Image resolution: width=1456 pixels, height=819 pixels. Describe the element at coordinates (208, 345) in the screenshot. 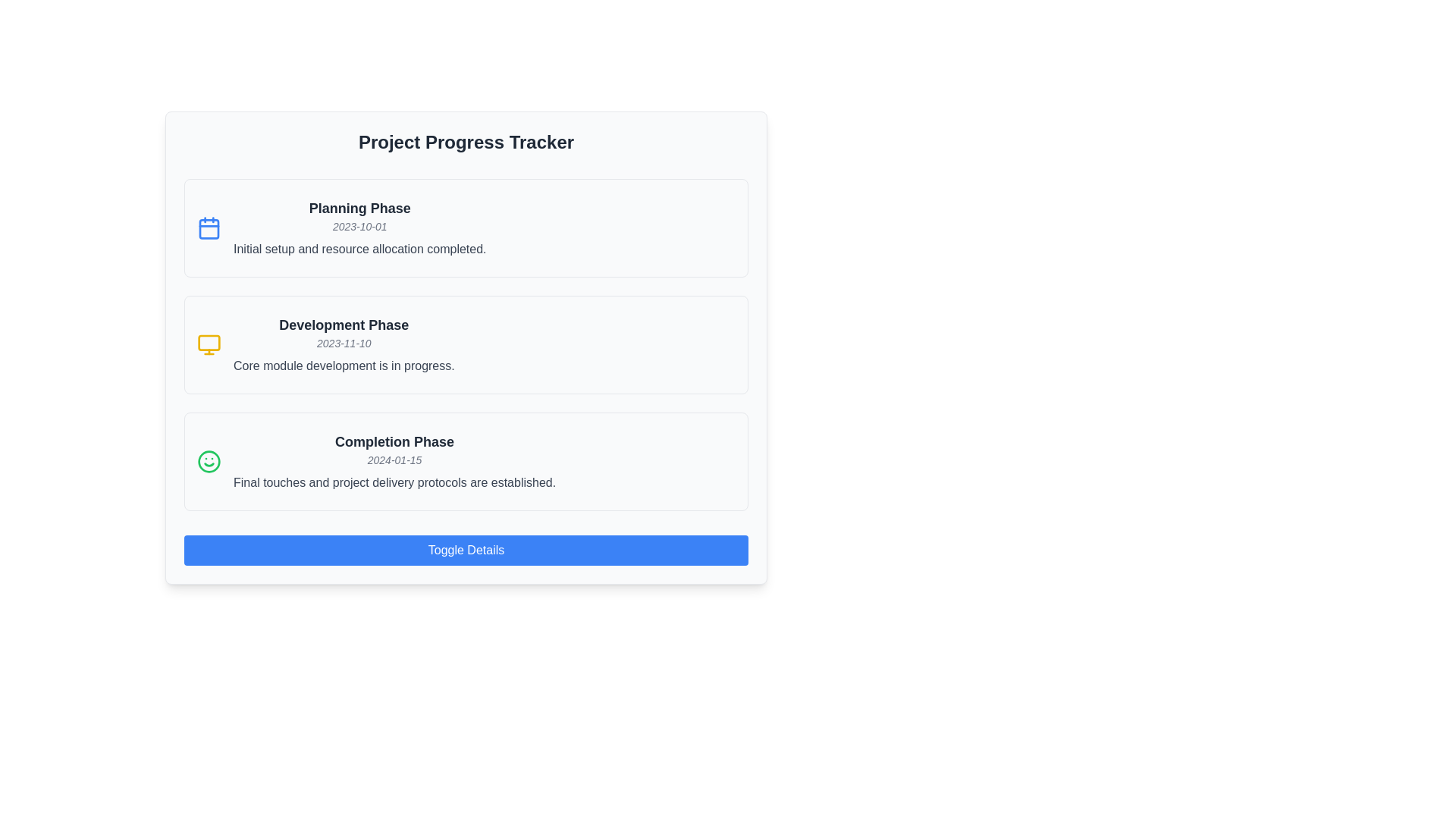

I see `the yellow computer monitor icon located in the 'Development Phase' section of the 'Project Progress Tracker', which precedes the text 'Development Phase'` at that location.